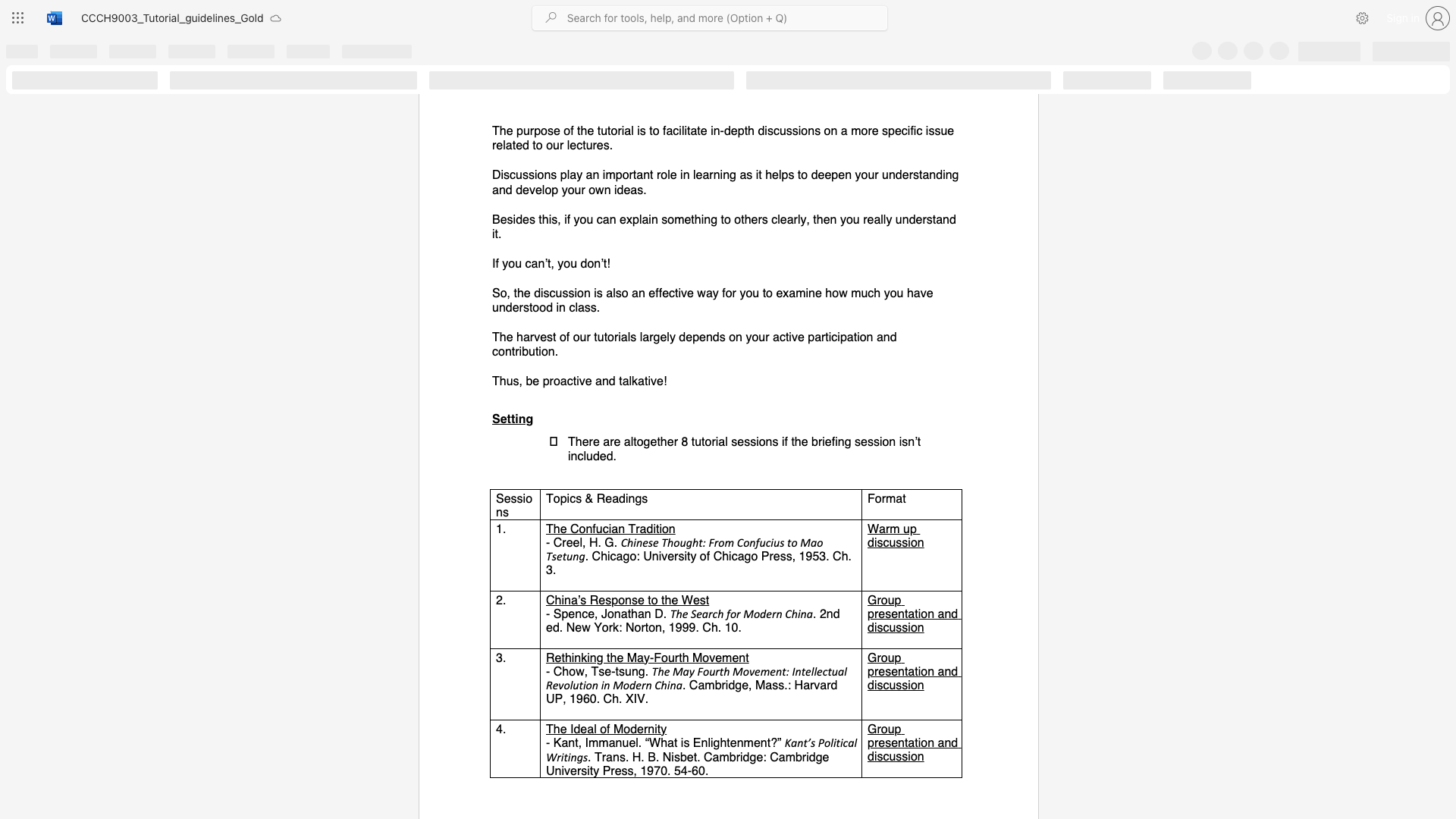  What do you see at coordinates (822, 685) in the screenshot?
I see `the 4th character "a" in the text` at bounding box center [822, 685].